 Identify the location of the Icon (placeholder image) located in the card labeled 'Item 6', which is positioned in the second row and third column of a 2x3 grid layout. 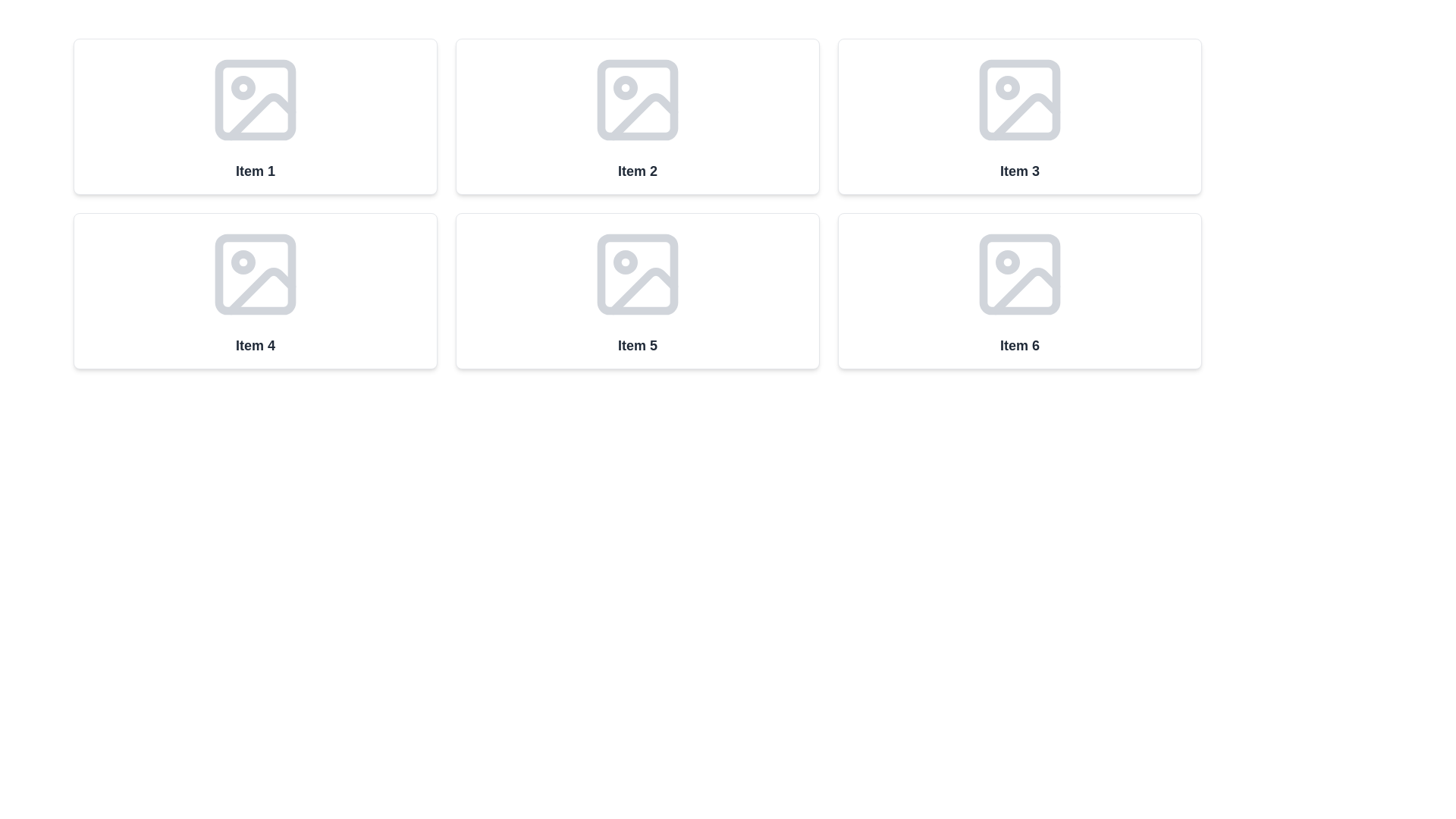
(1019, 275).